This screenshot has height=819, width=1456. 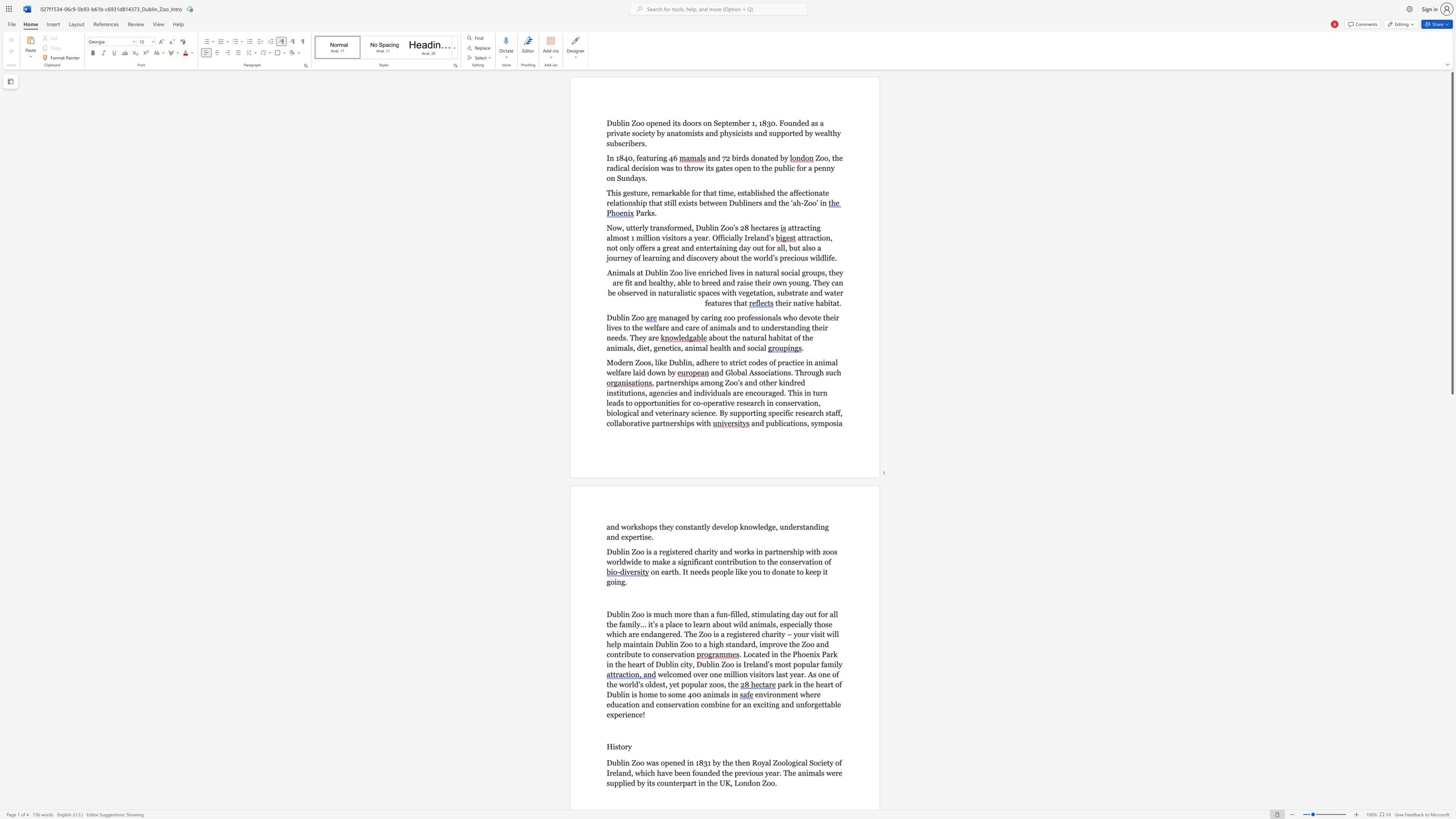 What do you see at coordinates (637, 132) in the screenshot?
I see `the 8th character "o" in the text` at bounding box center [637, 132].